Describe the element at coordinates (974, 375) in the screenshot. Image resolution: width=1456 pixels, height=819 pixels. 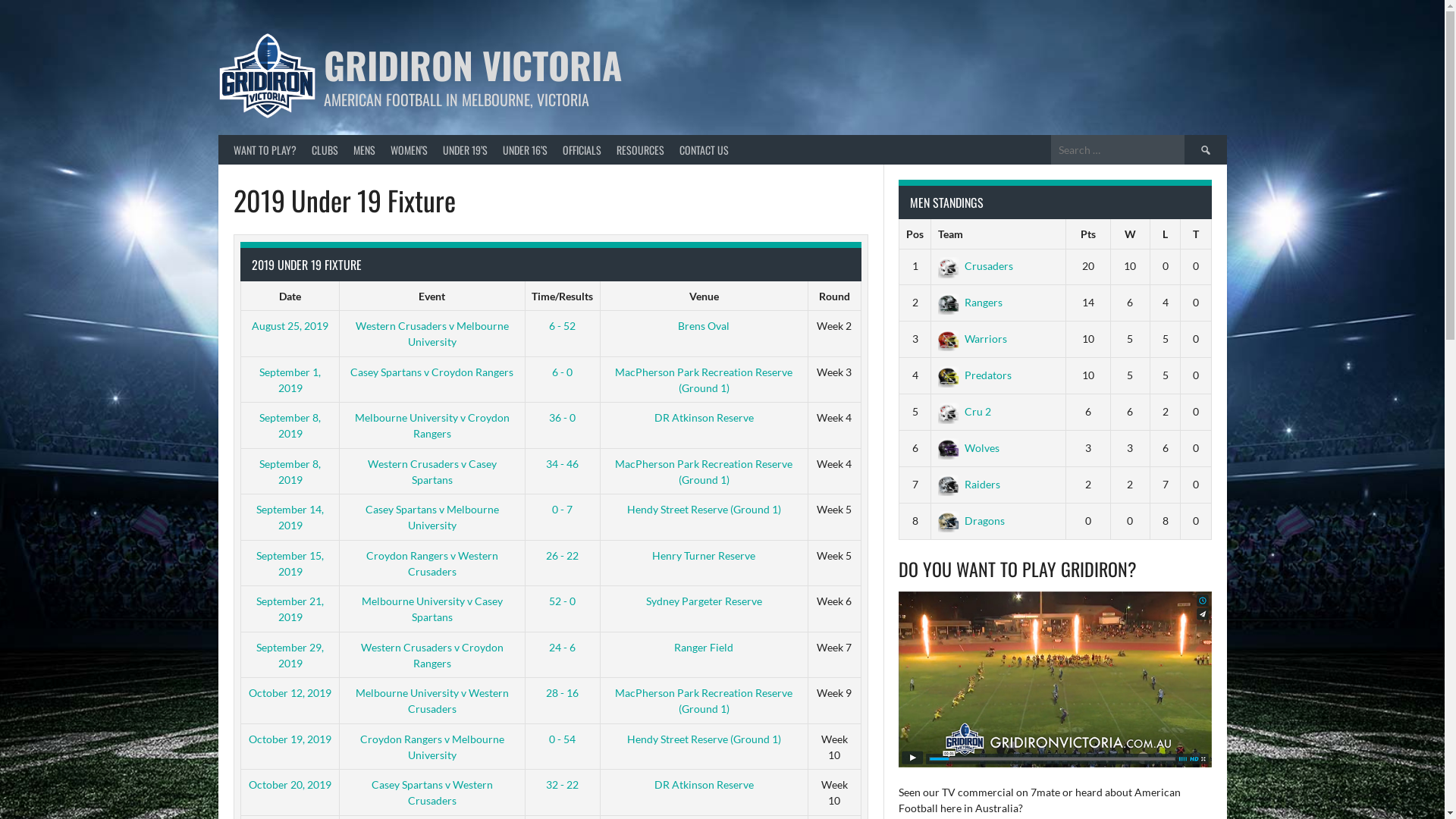
I see `'Predators'` at that location.